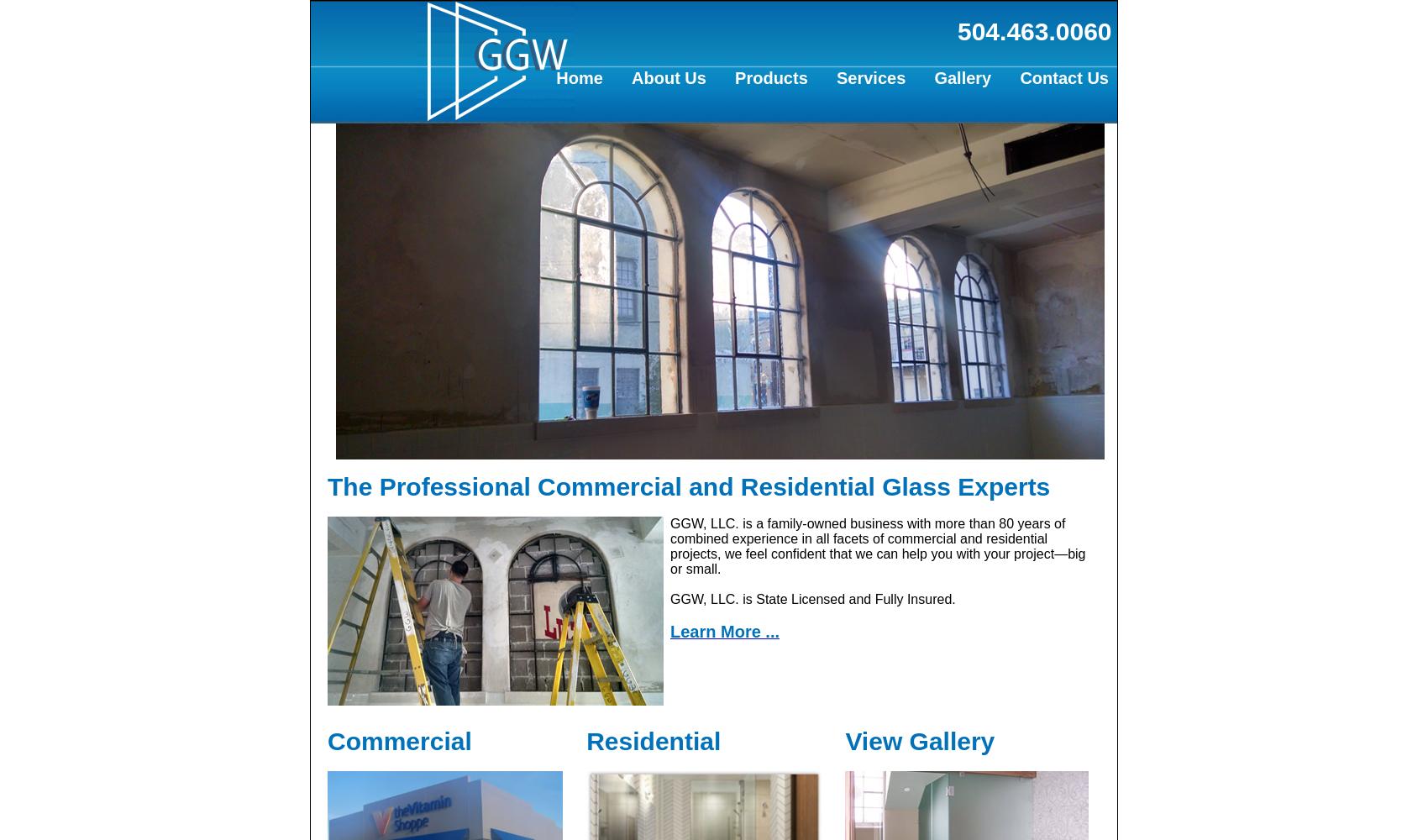 The width and height of the screenshot is (1428, 840). I want to click on 'GGW, LLC. is State Licensed and Fully Insured.', so click(811, 598).